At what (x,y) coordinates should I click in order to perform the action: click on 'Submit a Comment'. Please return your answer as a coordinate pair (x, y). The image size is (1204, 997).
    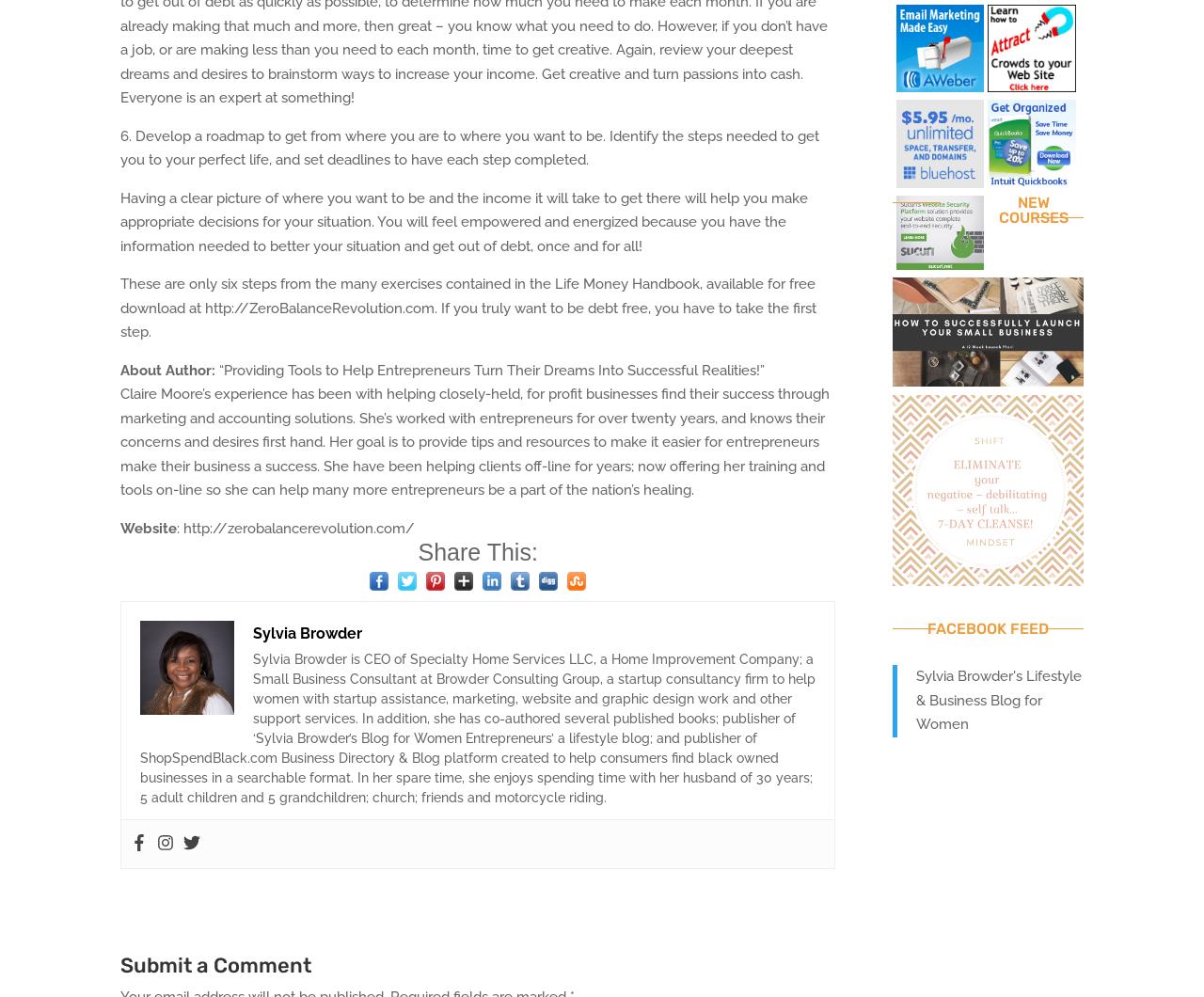
    Looking at the image, I should click on (215, 964).